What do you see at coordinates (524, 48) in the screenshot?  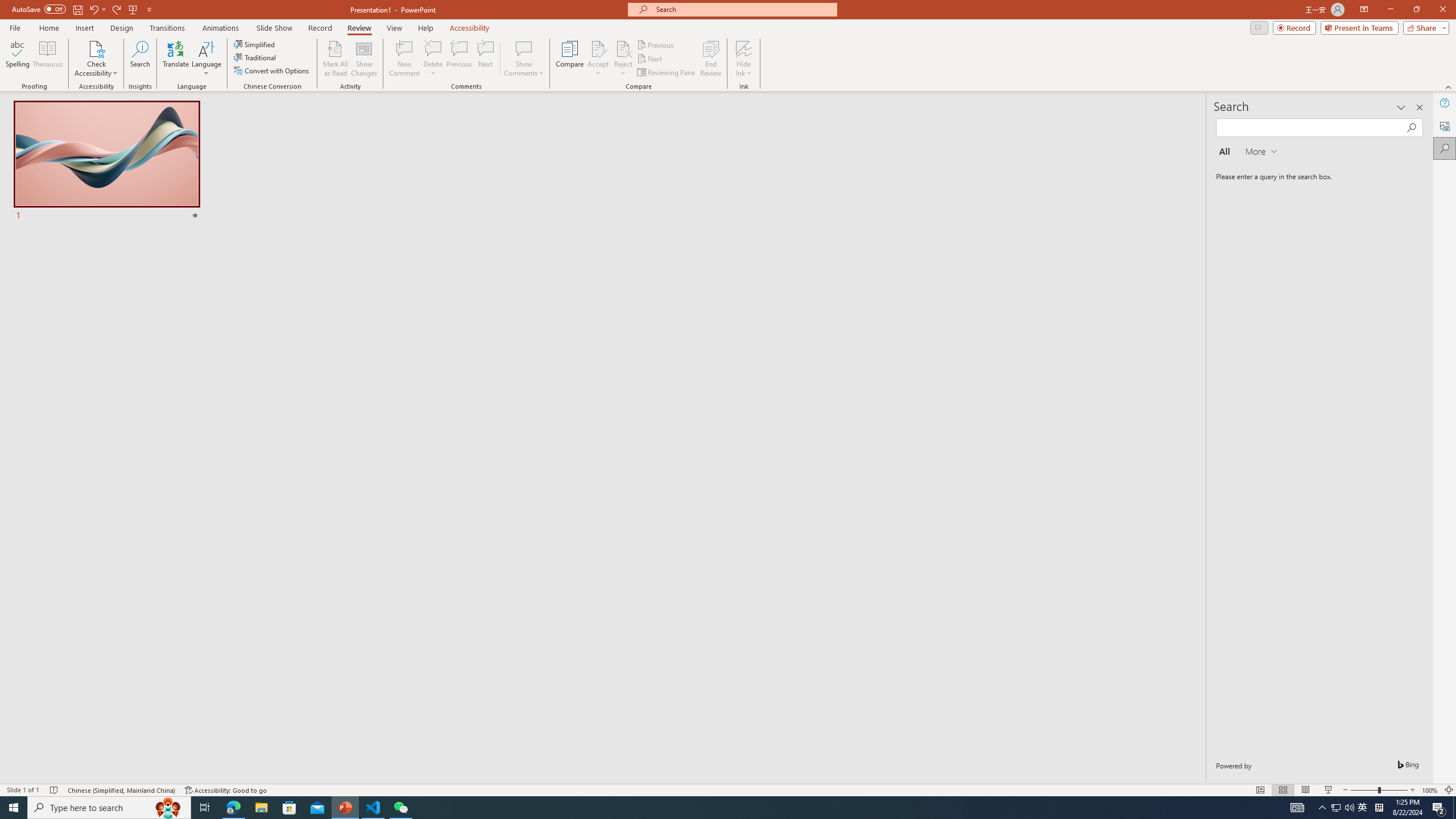 I see `'Show Comments'` at bounding box center [524, 48].